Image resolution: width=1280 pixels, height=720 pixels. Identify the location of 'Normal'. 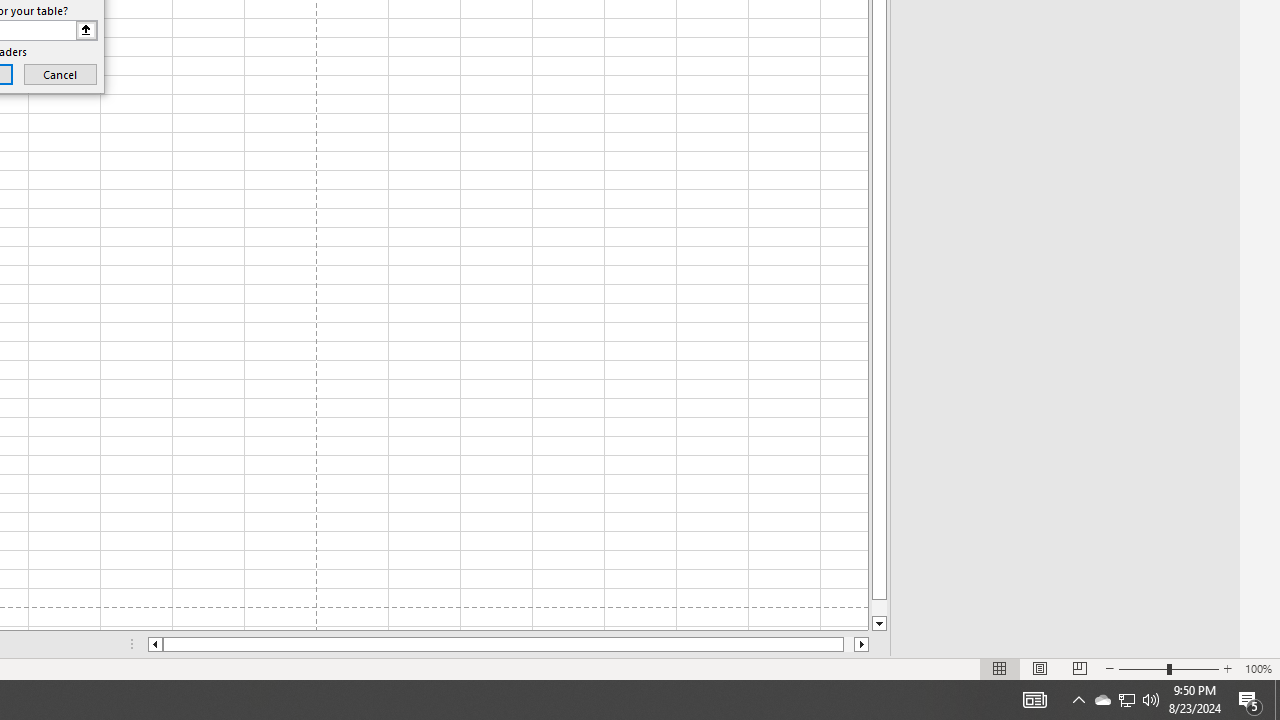
(1000, 669).